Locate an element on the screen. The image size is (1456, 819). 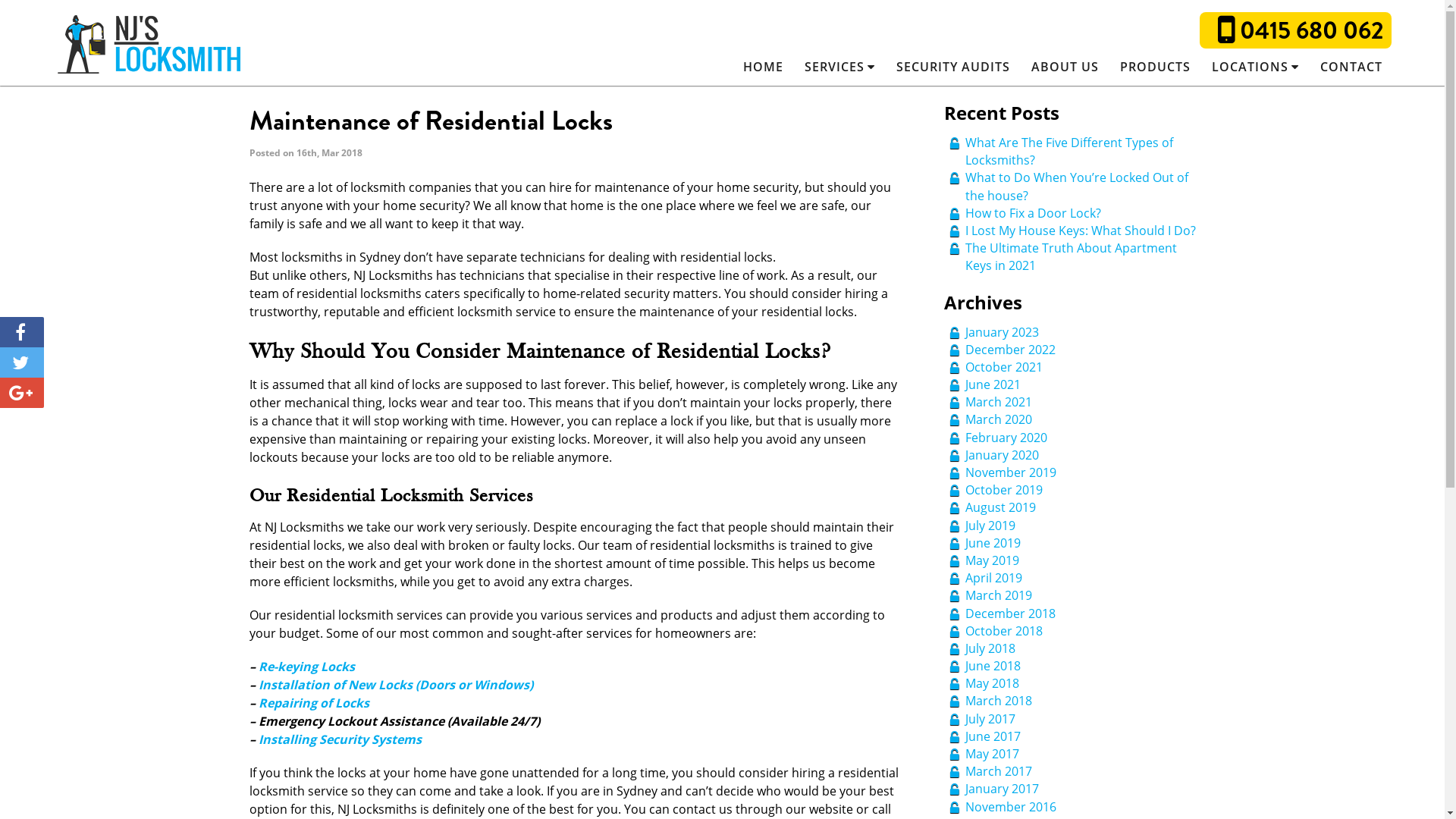
'CONTACT' is located at coordinates (1351, 66).